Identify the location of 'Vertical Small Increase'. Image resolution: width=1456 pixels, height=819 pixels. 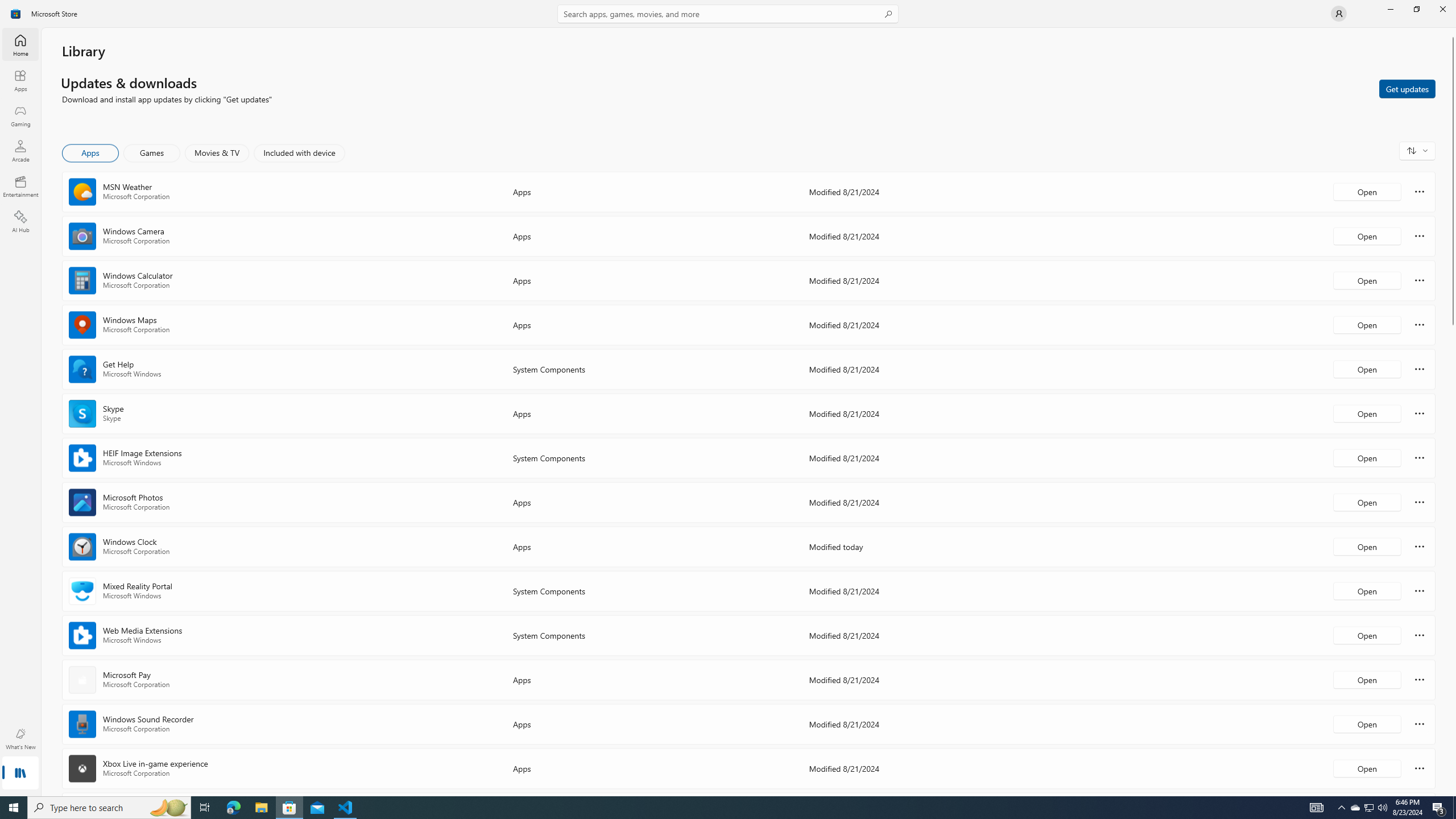
(1451, 792).